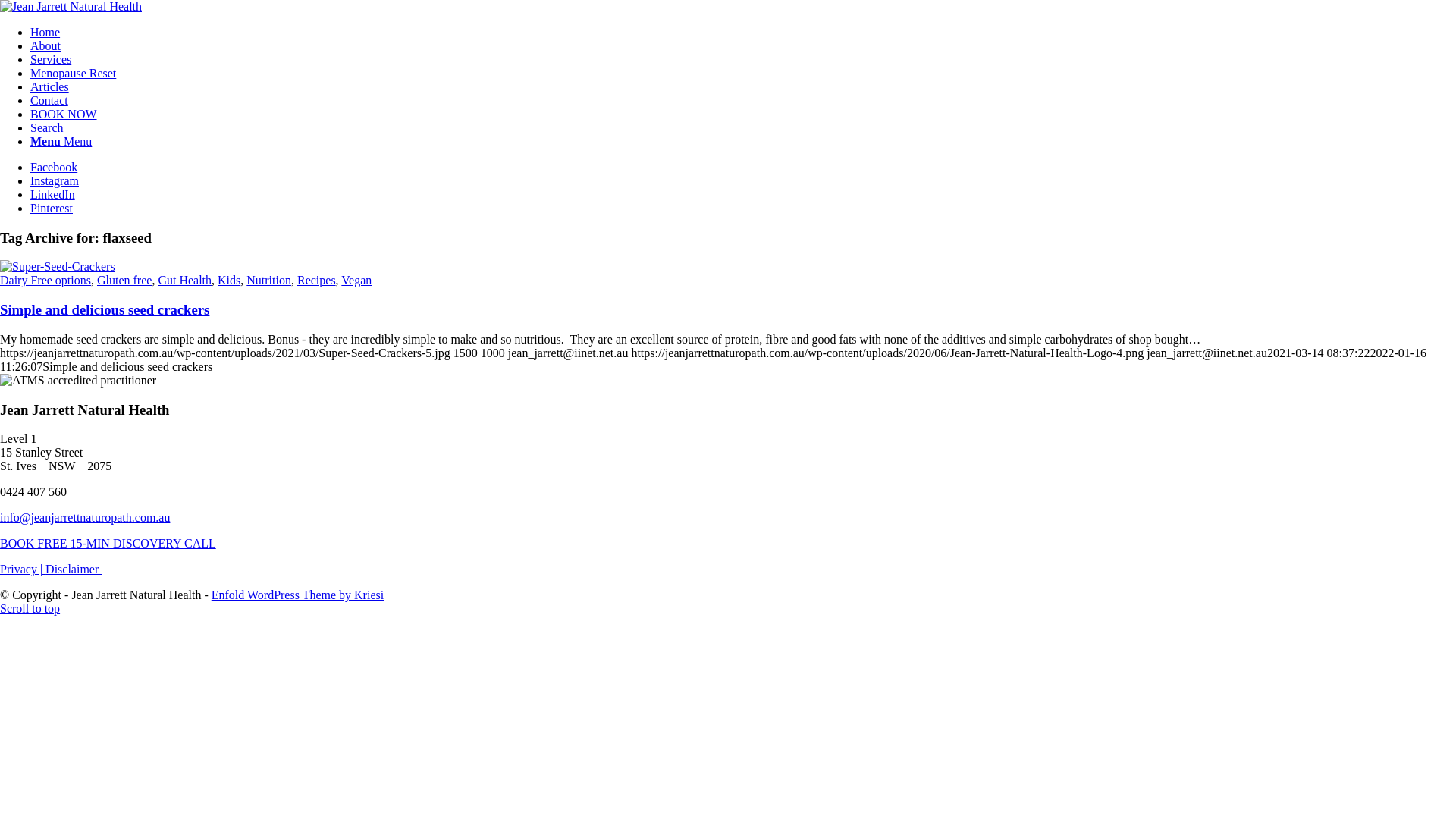  Describe the element at coordinates (0, 542) in the screenshot. I see `'BOOK FREE 15-MIN DISCOVERY CALL'` at that location.